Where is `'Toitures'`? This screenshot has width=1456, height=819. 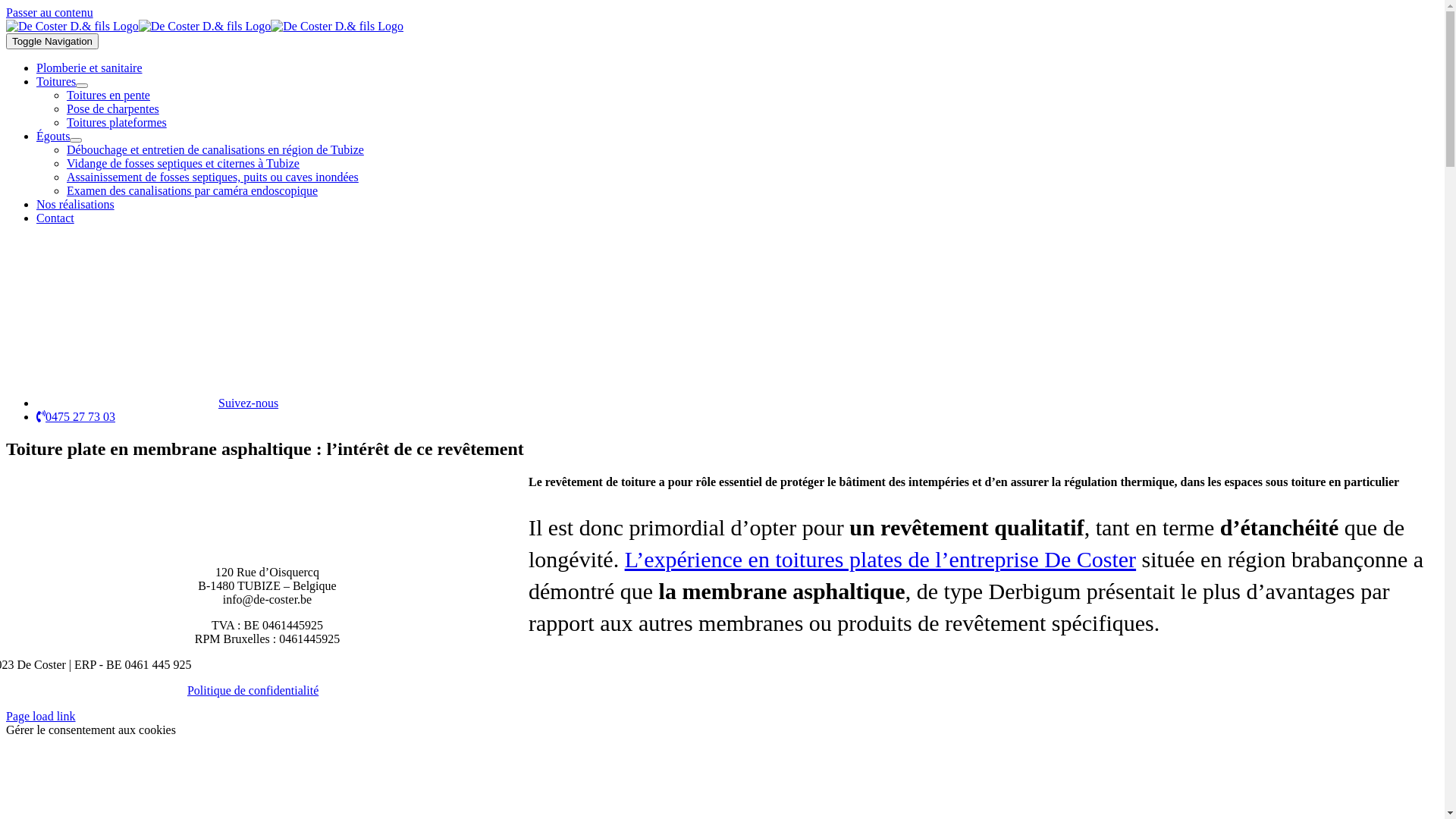
'Toitures' is located at coordinates (55, 81).